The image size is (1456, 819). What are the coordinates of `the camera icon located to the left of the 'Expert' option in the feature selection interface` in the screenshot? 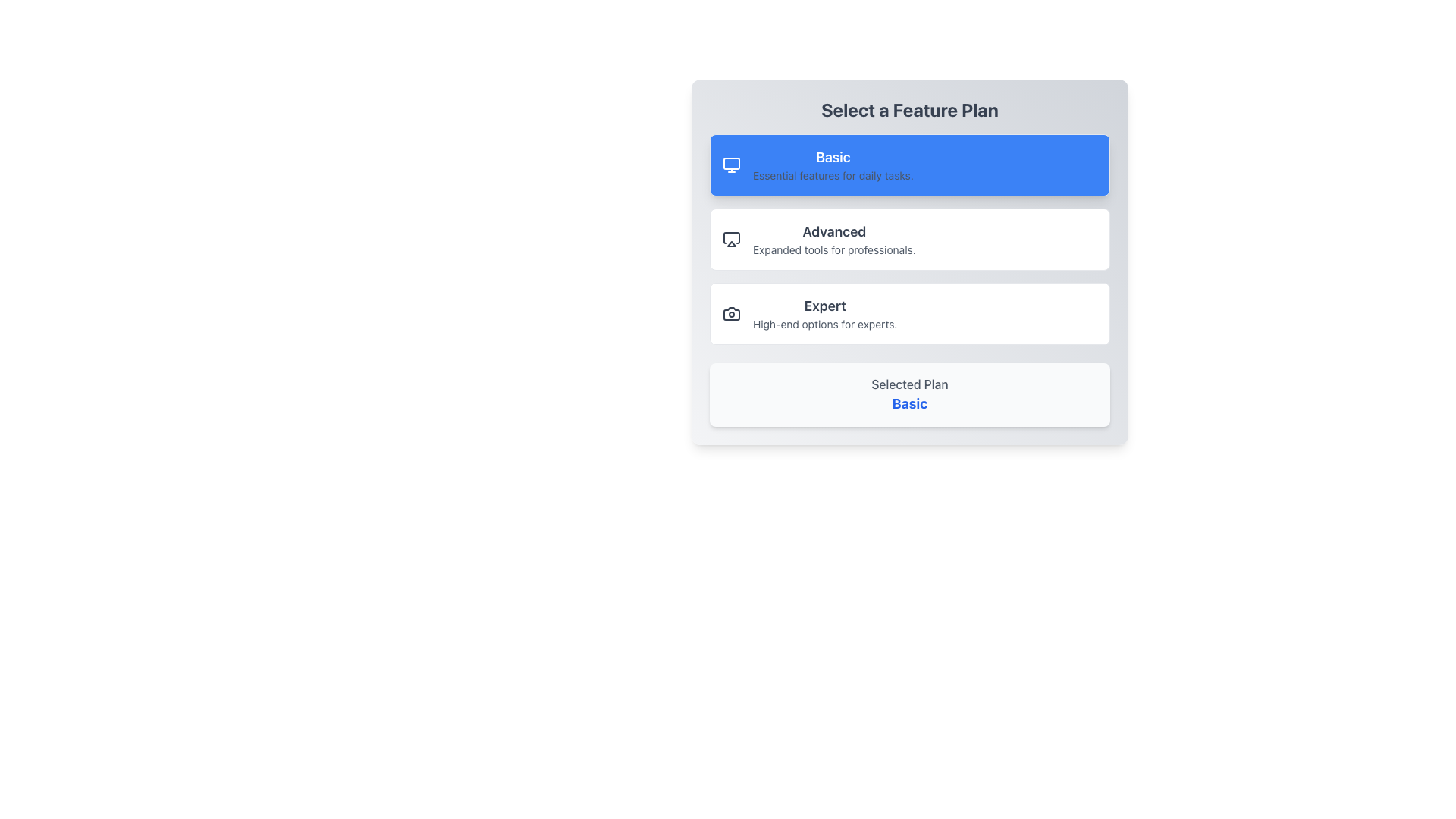 It's located at (731, 312).